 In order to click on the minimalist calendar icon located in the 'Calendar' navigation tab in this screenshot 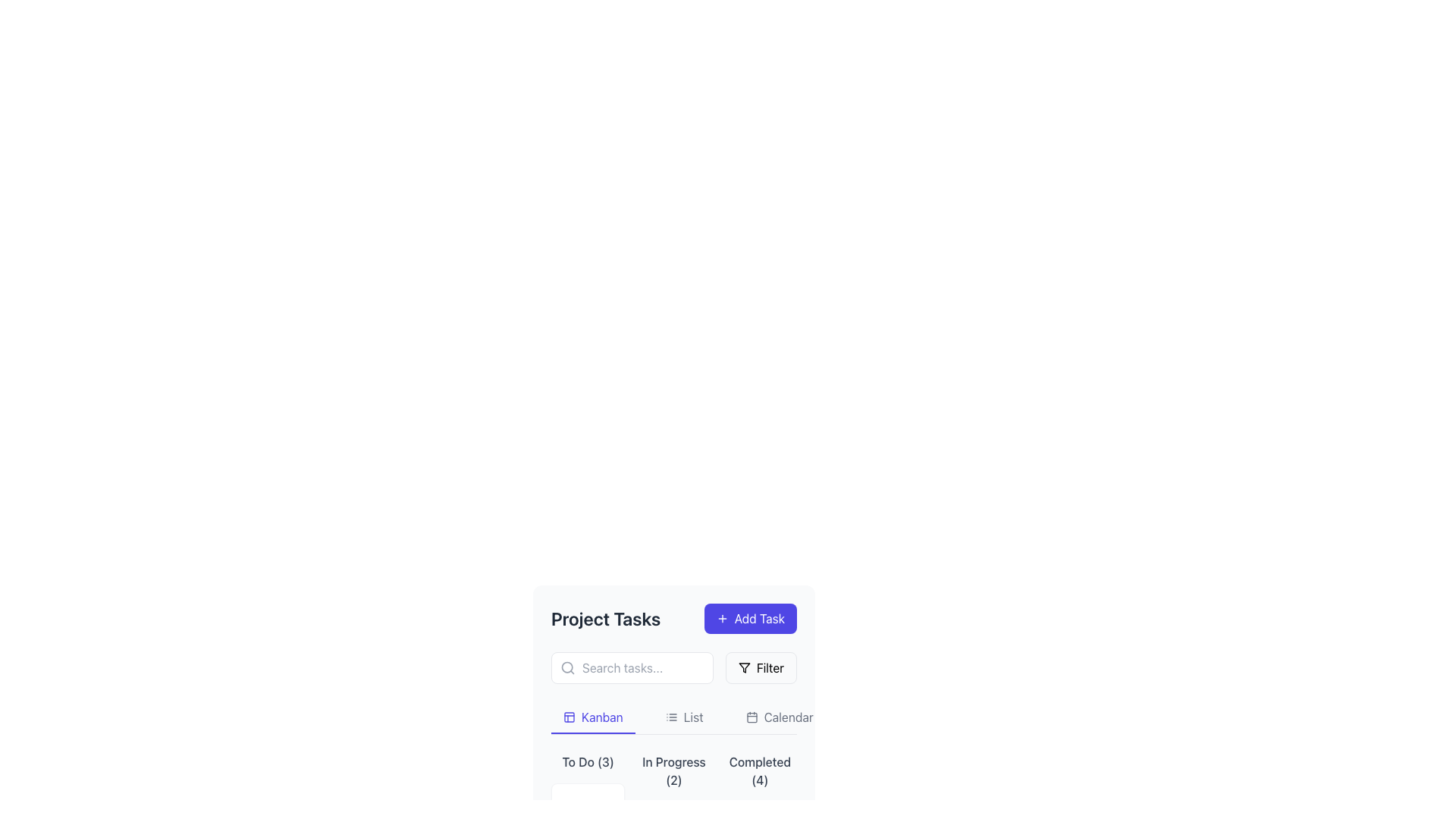, I will do `click(752, 717)`.